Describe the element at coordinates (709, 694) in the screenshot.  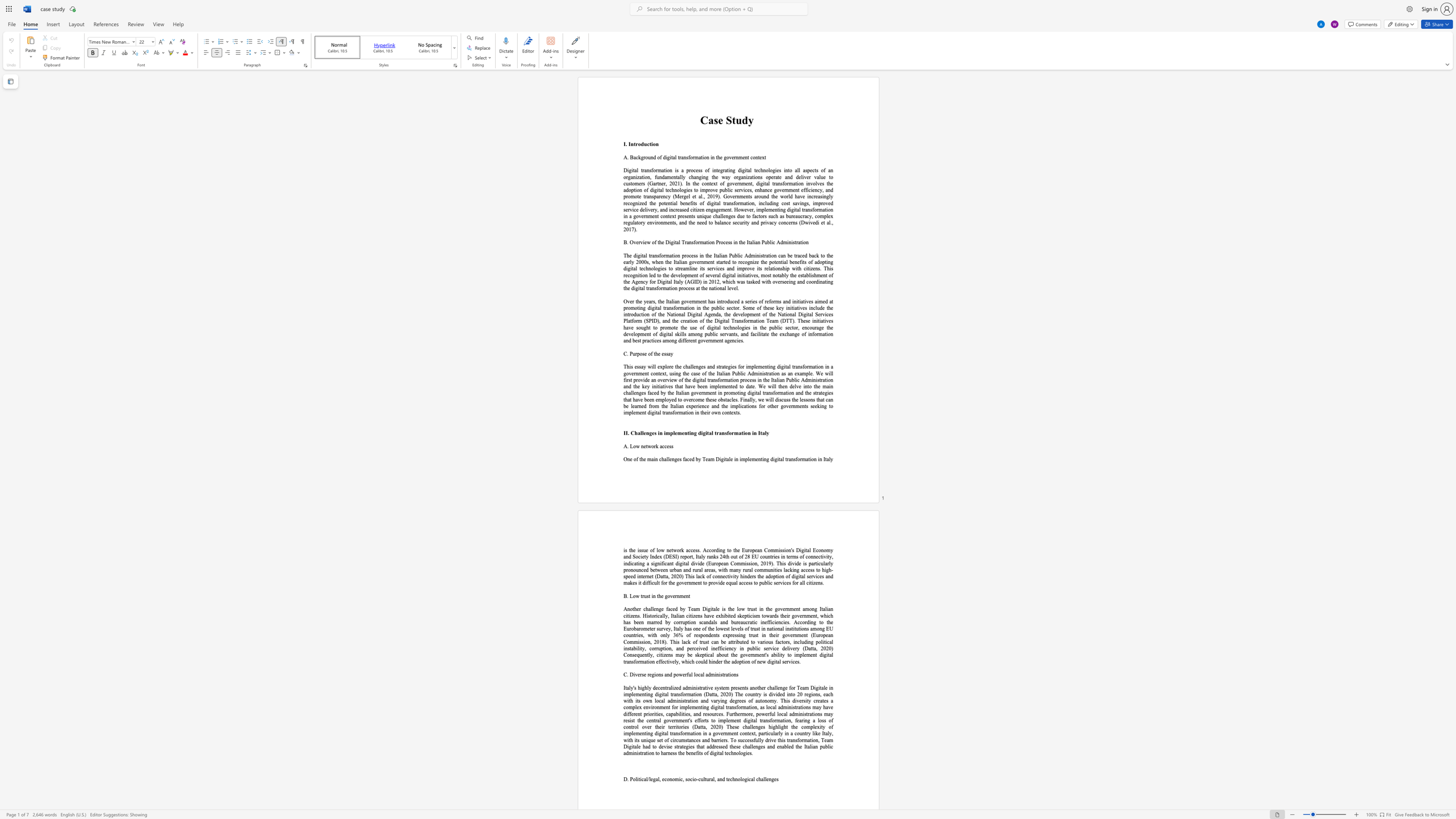
I see `the subset text "atta, 2020) The country is divided into 20 regions, each wit" within the text "Italy"` at that location.